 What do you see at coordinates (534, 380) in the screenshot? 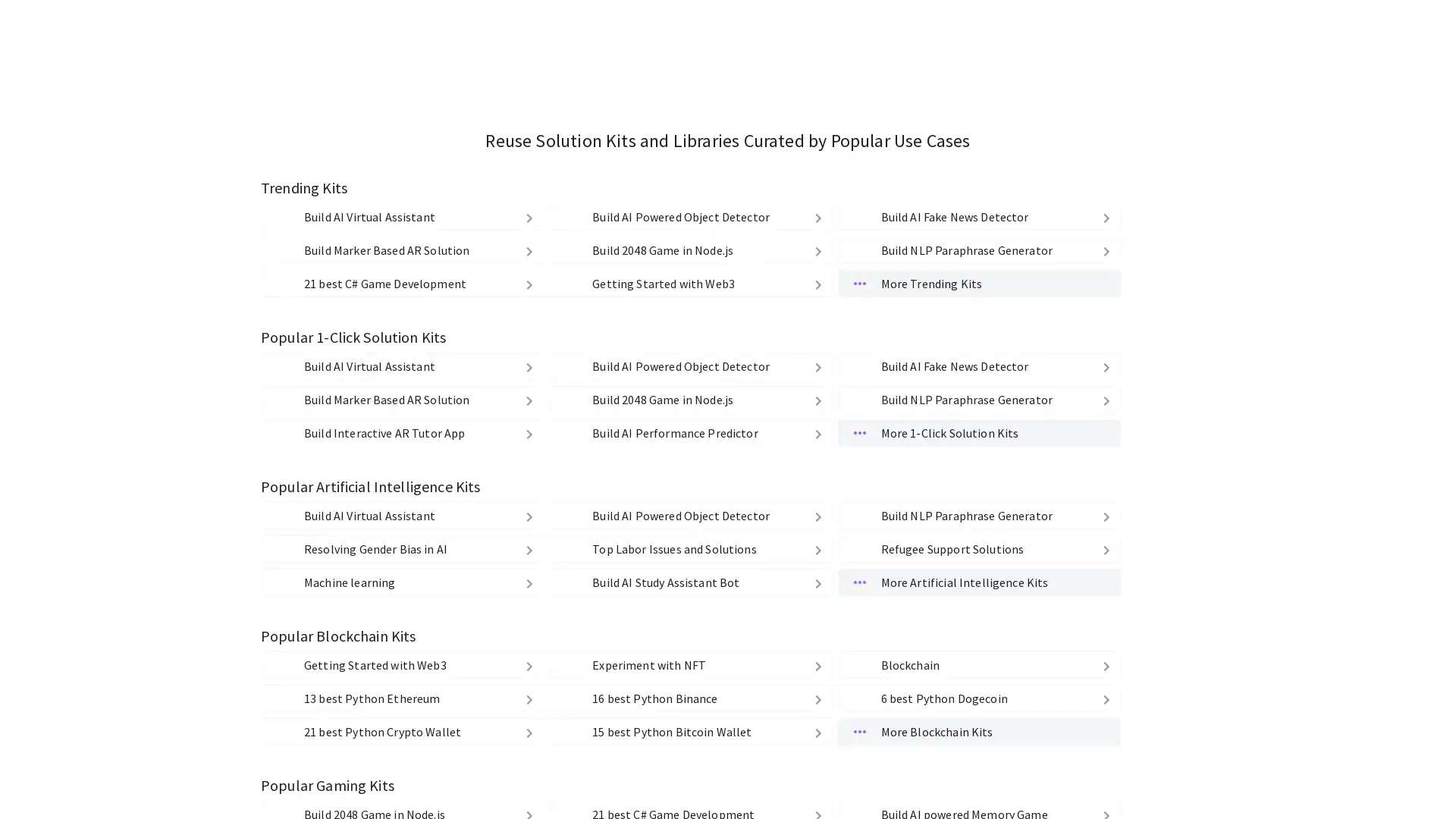
I see `Python Python` at bounding box center [534, 380].